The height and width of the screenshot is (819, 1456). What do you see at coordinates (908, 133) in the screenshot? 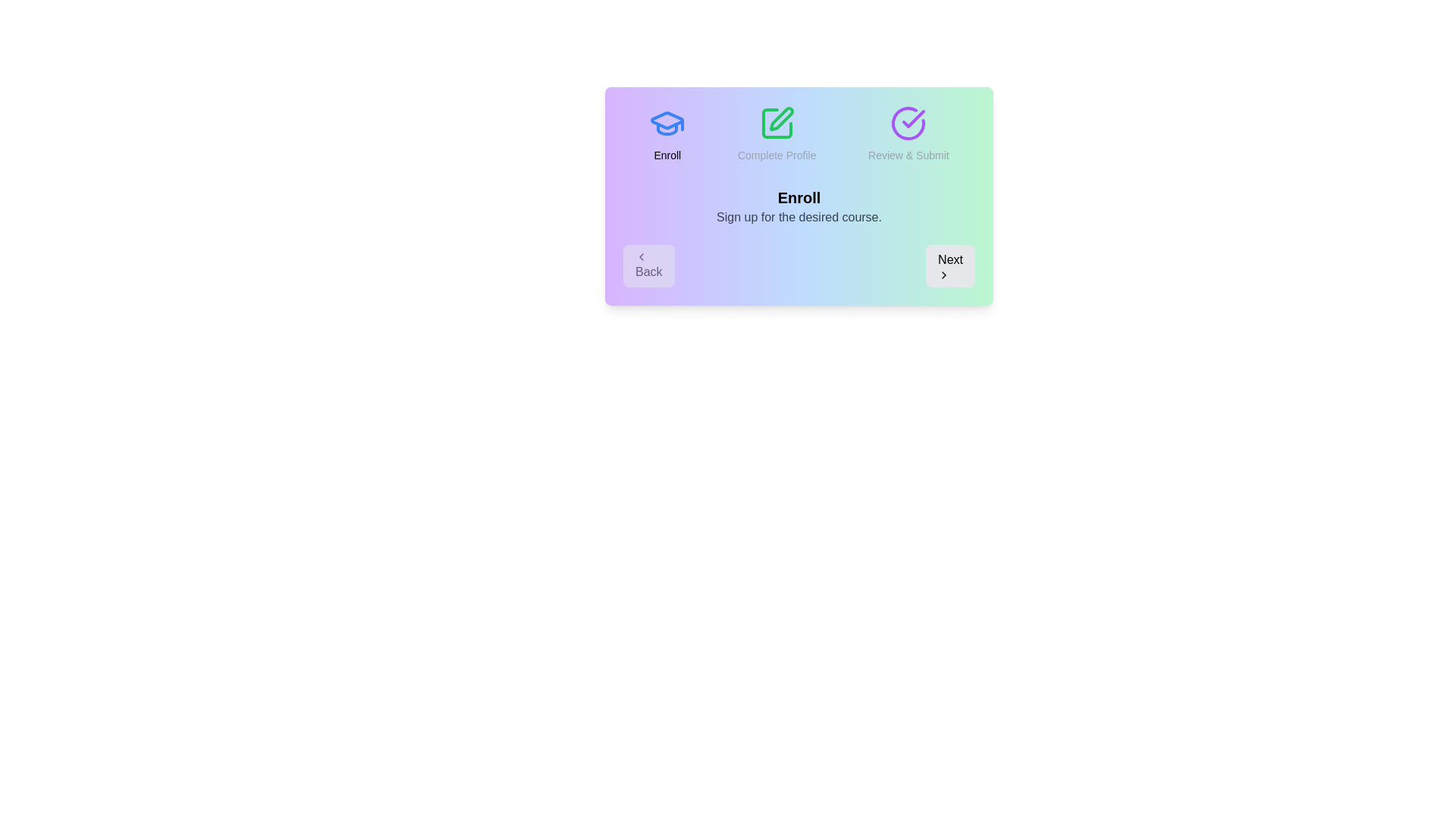
I see `the progress indicator for step Review & Submit to view its status` at bounding box center [908, 133].